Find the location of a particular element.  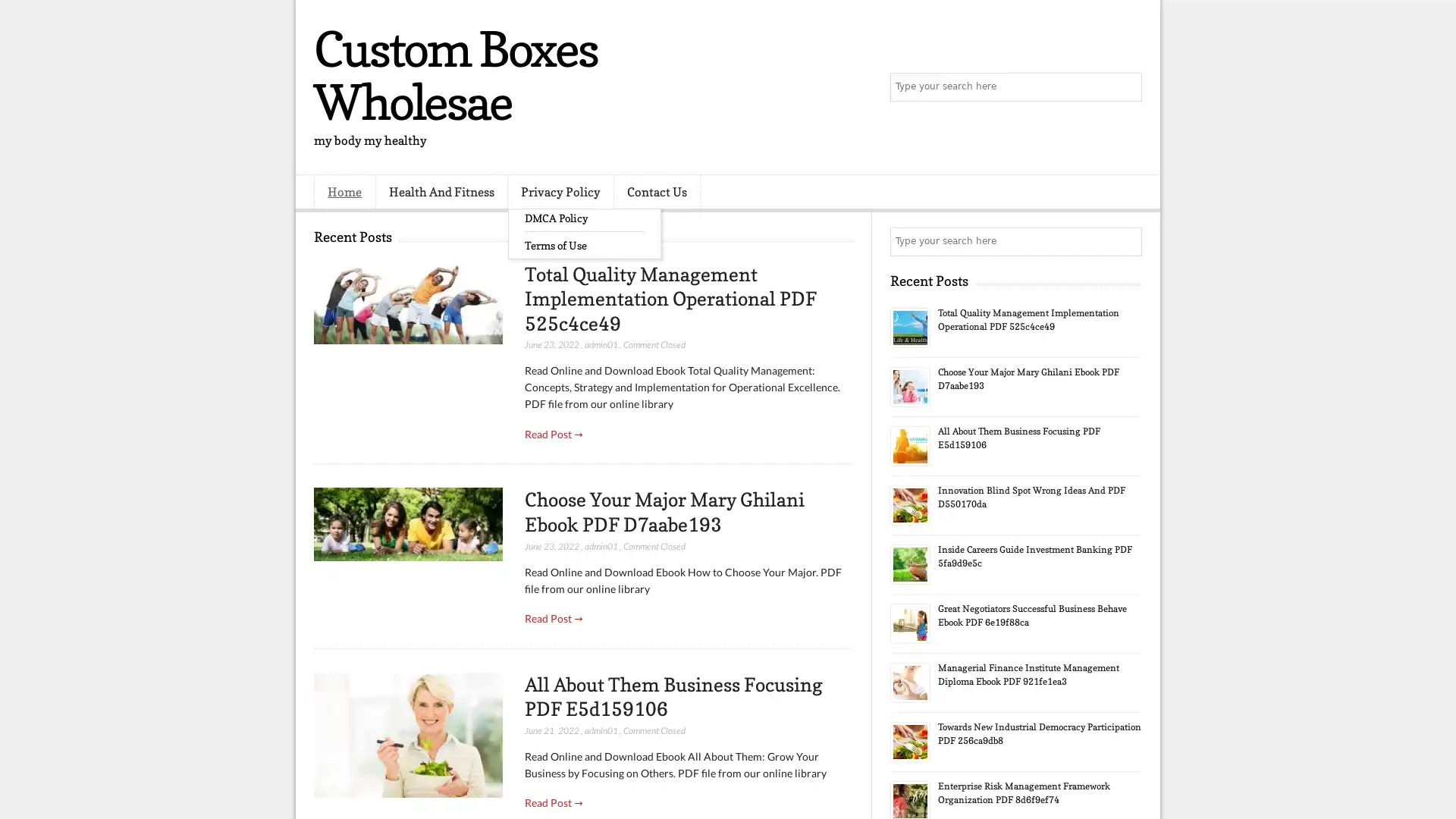

Search is located at coordinates (1126, 241).